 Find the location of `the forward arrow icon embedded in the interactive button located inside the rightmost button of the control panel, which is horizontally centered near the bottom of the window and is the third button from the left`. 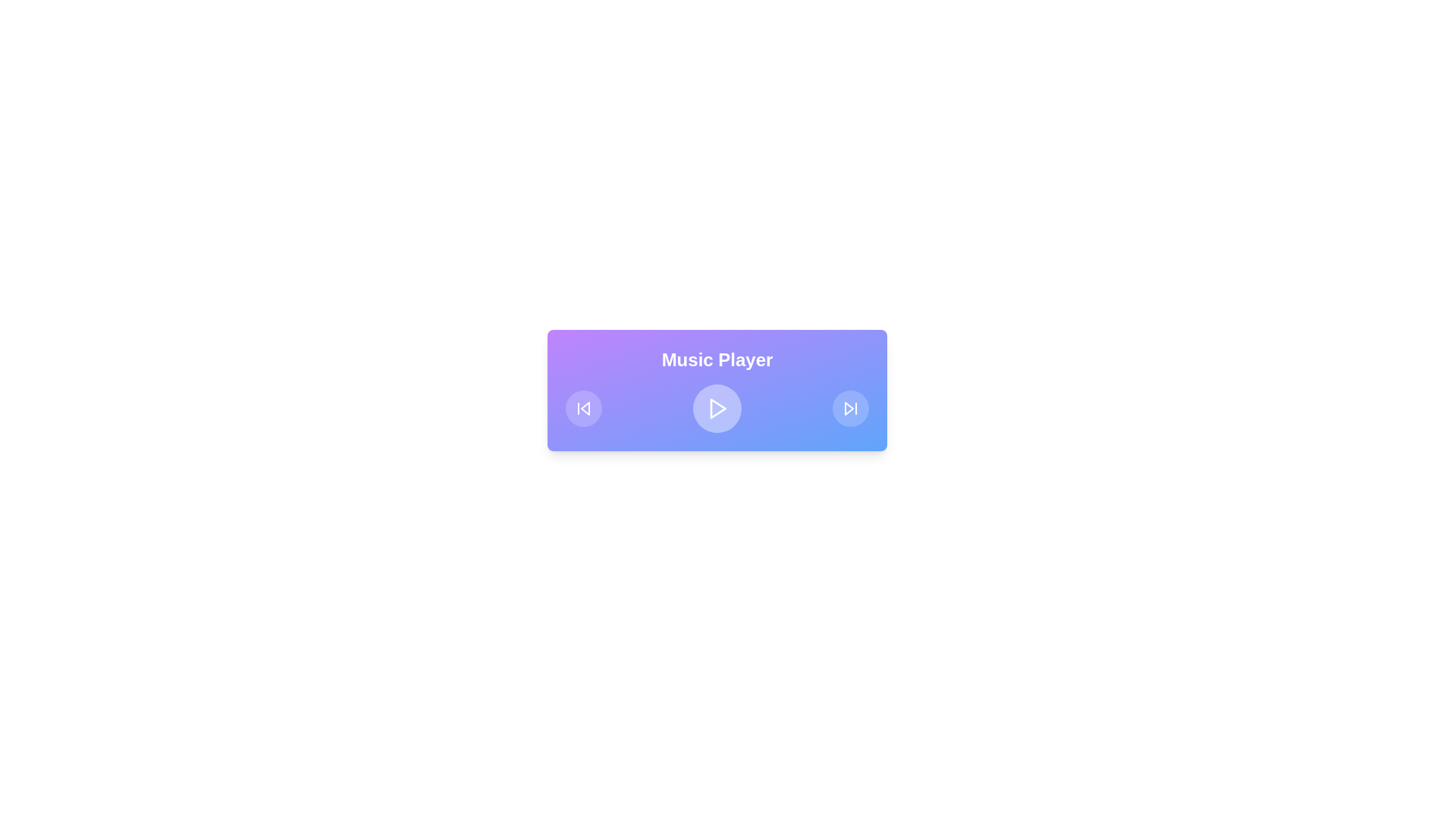

the forward arrow icon embedded in the interactive button located inside the rightmost button of the control panel, which is horizontally centered near the bottom of the window and is the third button from the left is located at coordinates (851, 408).